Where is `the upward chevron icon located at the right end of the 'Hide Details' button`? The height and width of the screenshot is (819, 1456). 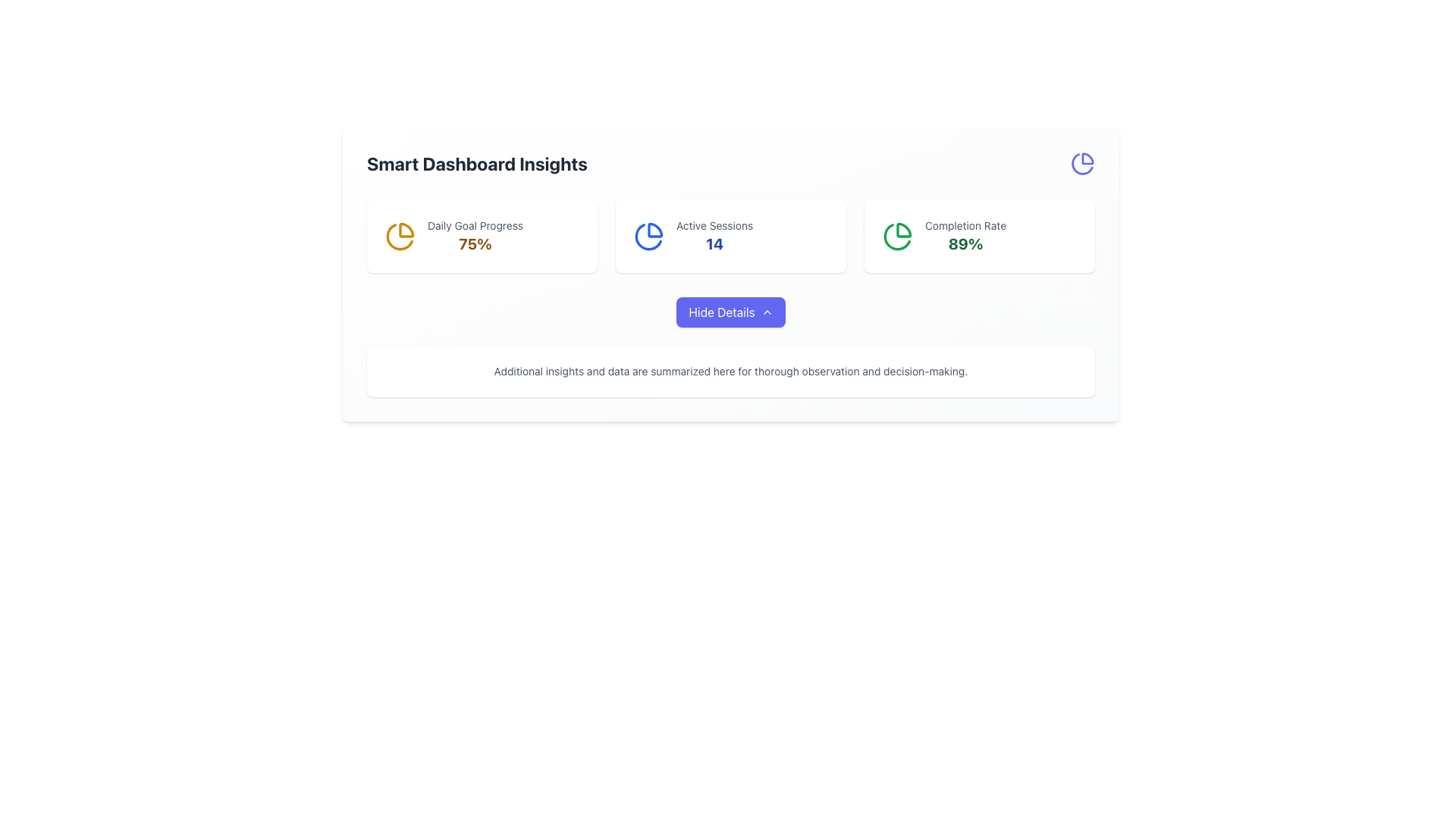
the upward chevron icon located at the right end of the 'Hide Details' button is located at coordinates (767, 312).